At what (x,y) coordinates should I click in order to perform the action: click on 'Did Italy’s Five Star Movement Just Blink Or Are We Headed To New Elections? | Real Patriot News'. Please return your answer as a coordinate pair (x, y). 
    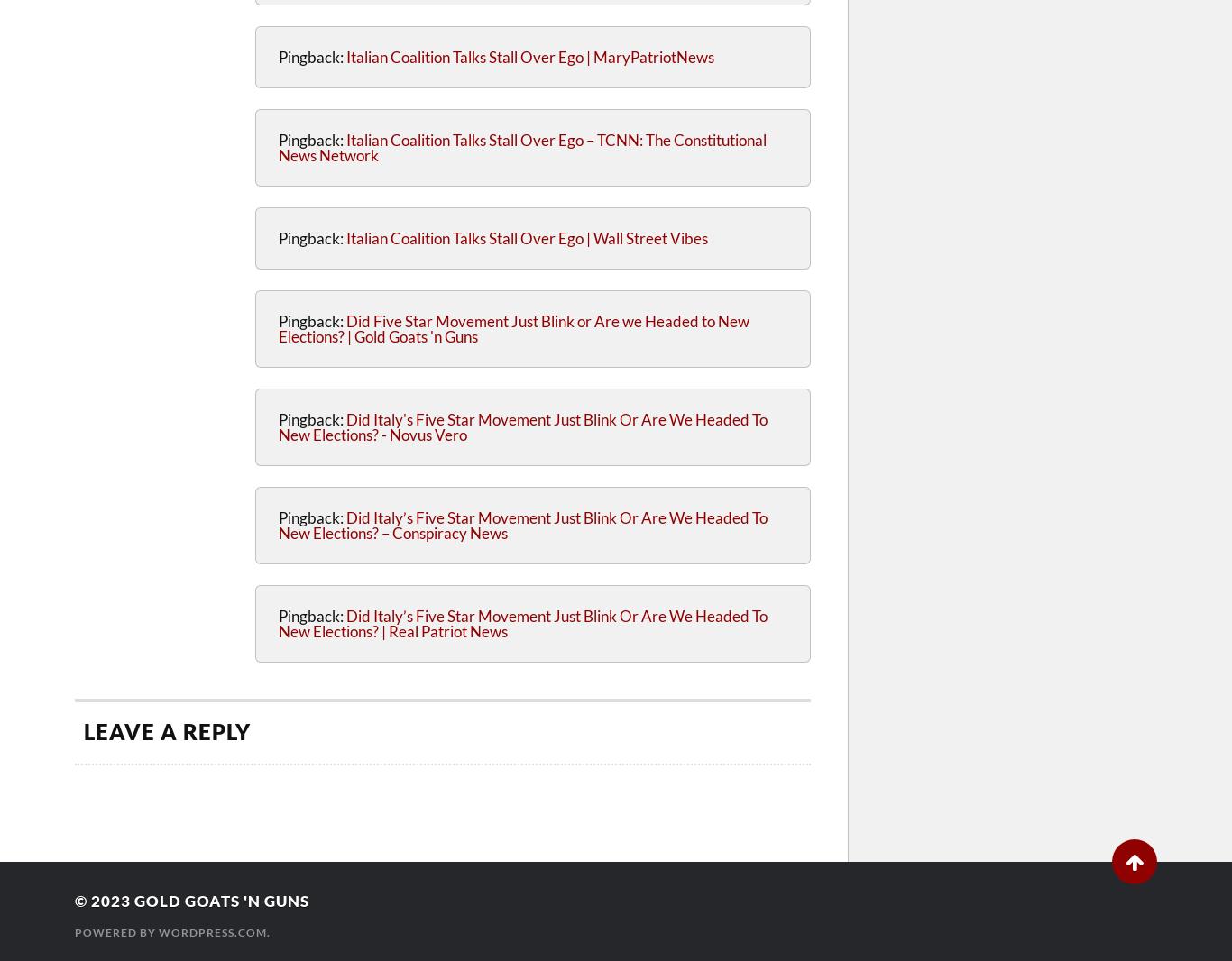
    Looking at the image, I should click on (522, 623).